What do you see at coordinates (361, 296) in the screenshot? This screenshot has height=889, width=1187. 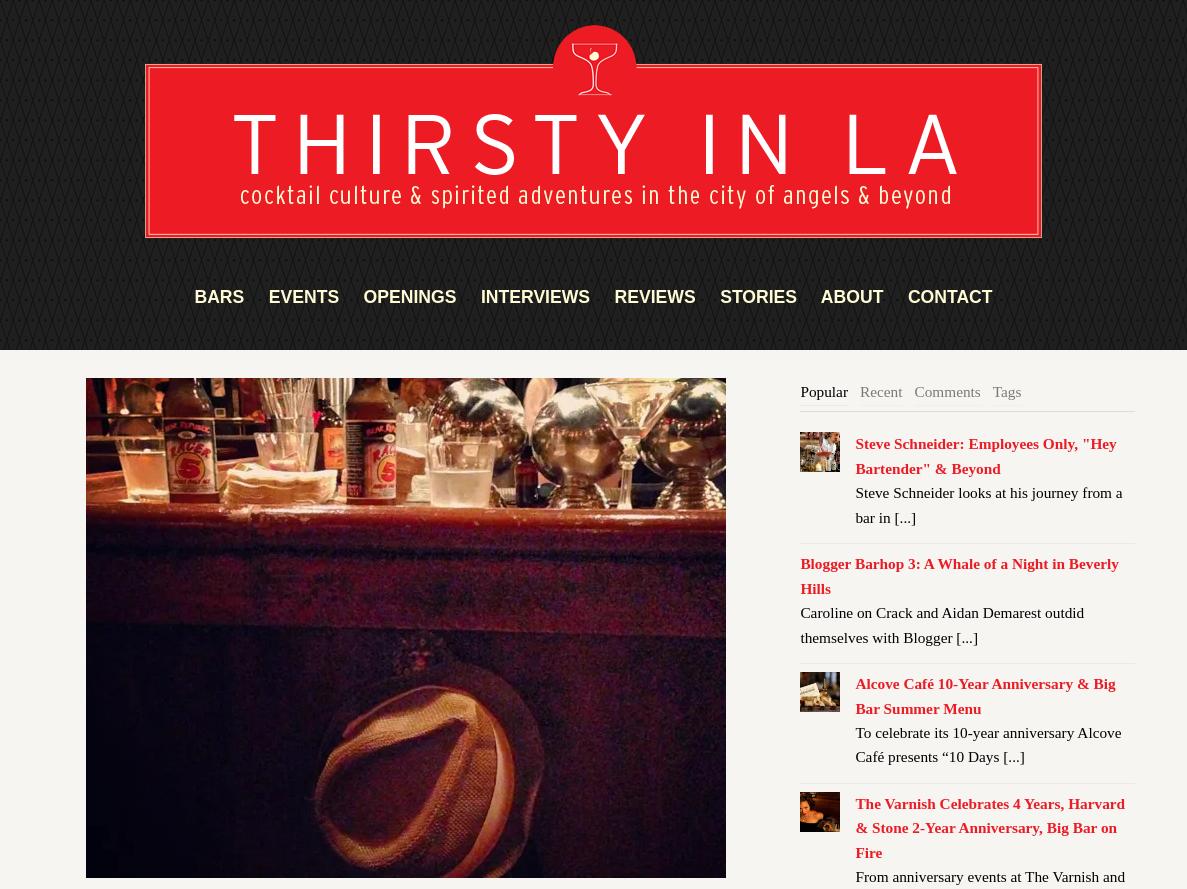 I see `'OPENINGS'` at bounding box center [361, 296].